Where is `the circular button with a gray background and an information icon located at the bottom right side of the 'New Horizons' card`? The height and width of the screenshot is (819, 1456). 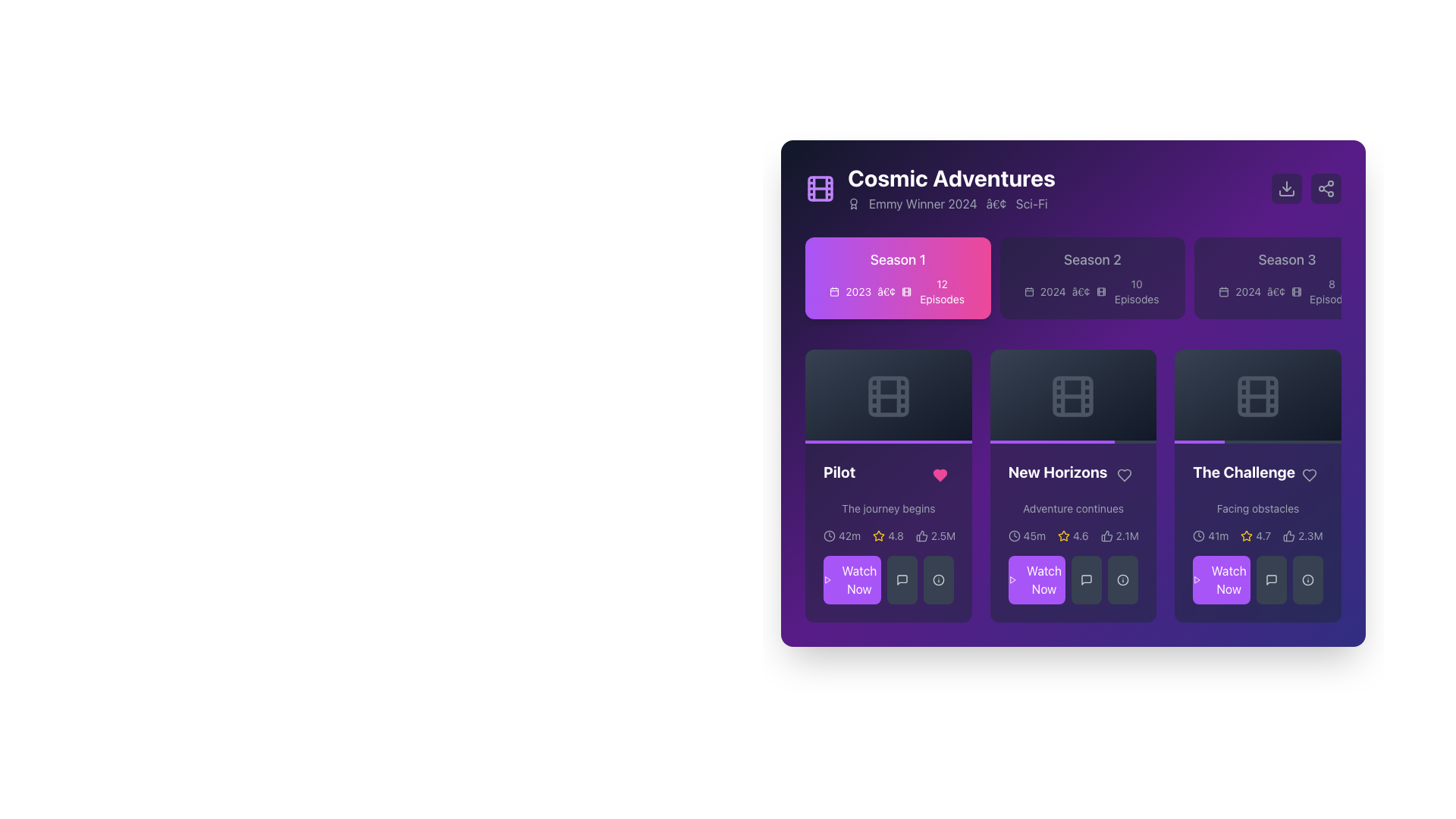 the circular button with a gray background and an information icon located at the bottom right side of the 'New Horizons' card is located at coordinates (1123, 579).